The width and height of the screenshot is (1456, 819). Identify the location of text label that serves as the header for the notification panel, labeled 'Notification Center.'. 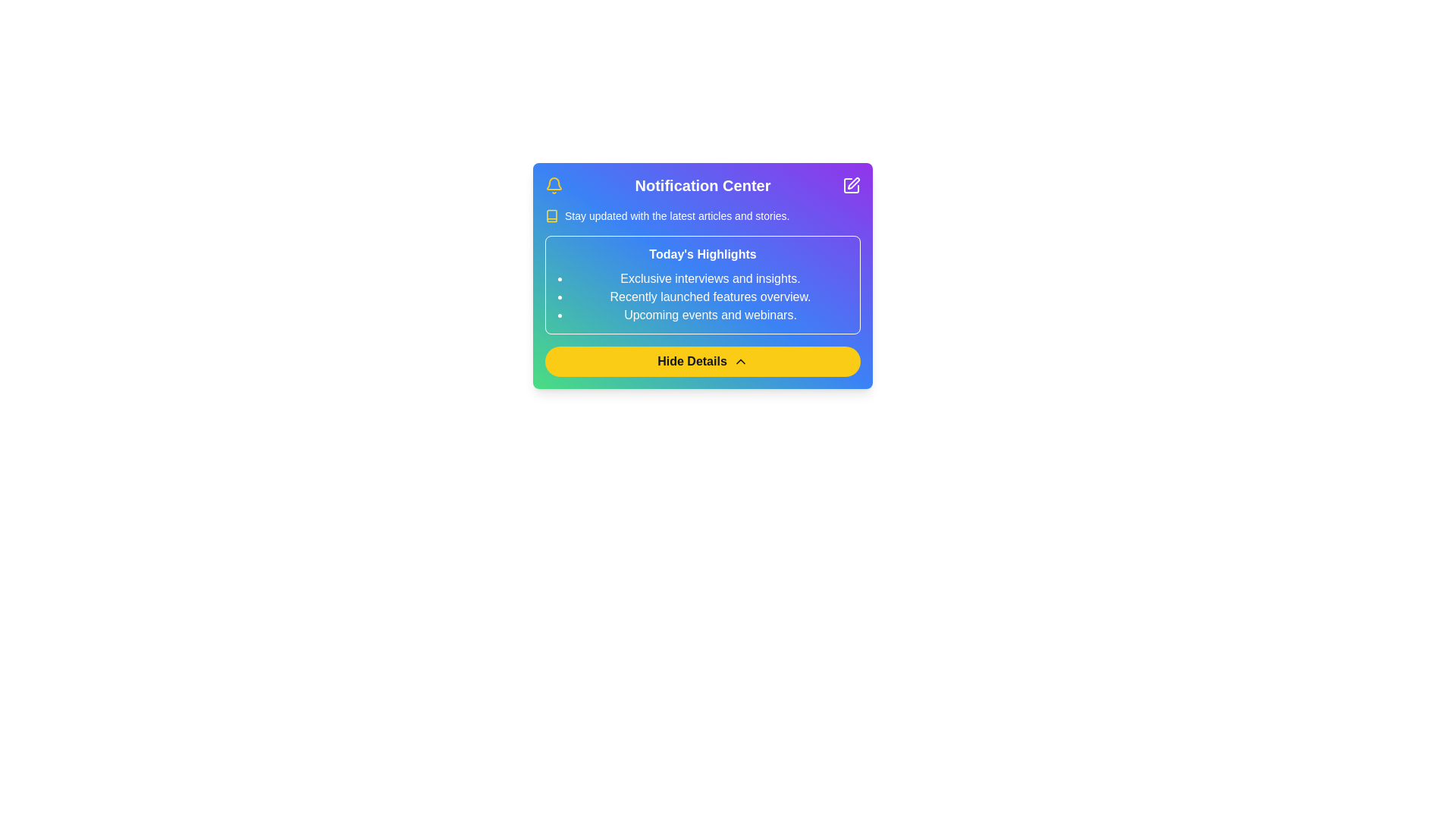
(701, 185).